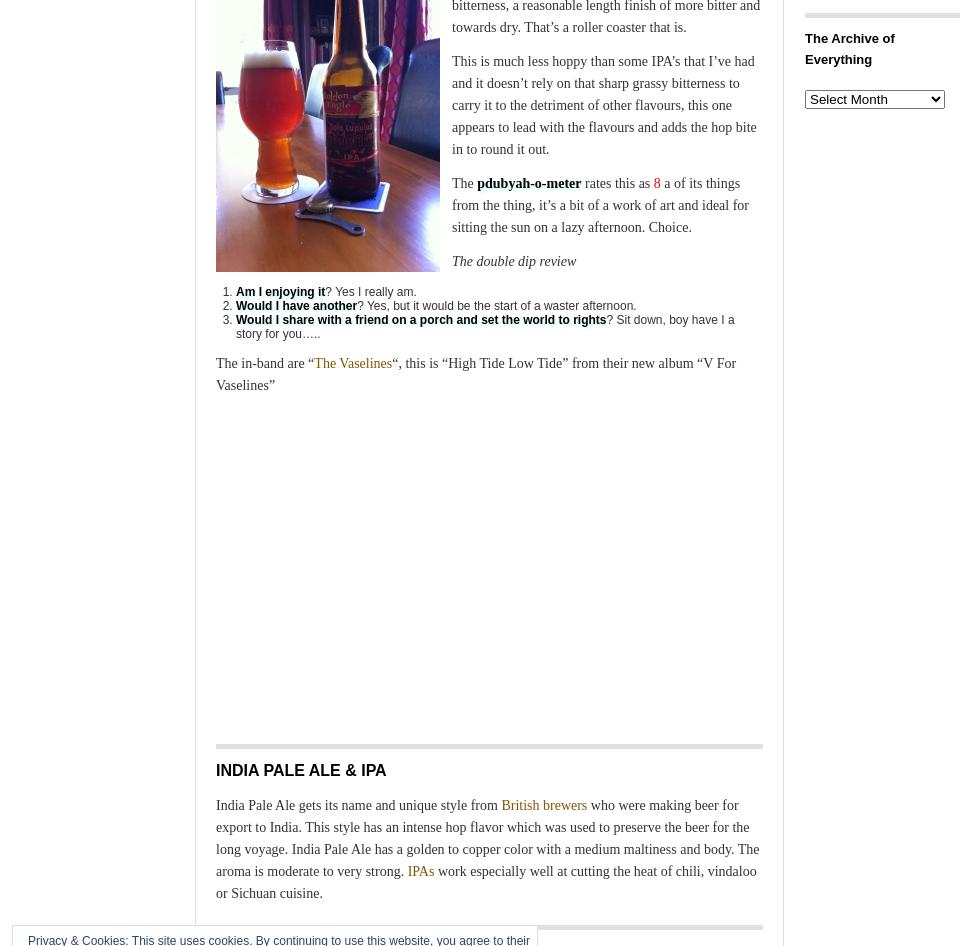 Image resolution: width=980 pixels, height=946 pixels. What do you see at coordinates (600, 205) in the screenshot?
I see `'a of its things from the thing, it’s a bit of a work of art and ideal for sitting the sun on a lazy afternoon. Choice.'` at bounding box center [600, 205].